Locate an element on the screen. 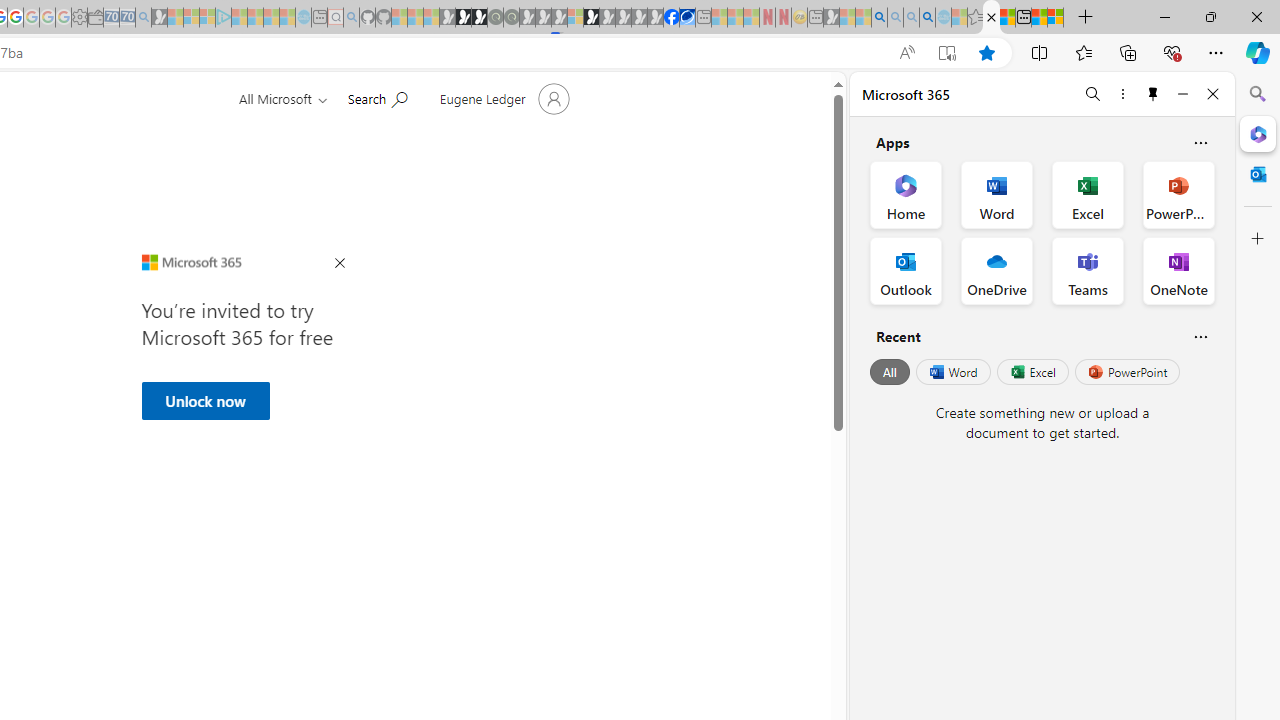 The image size is (1280, 720). 'Unpin side pane' is located at coordinates (1153, 93).